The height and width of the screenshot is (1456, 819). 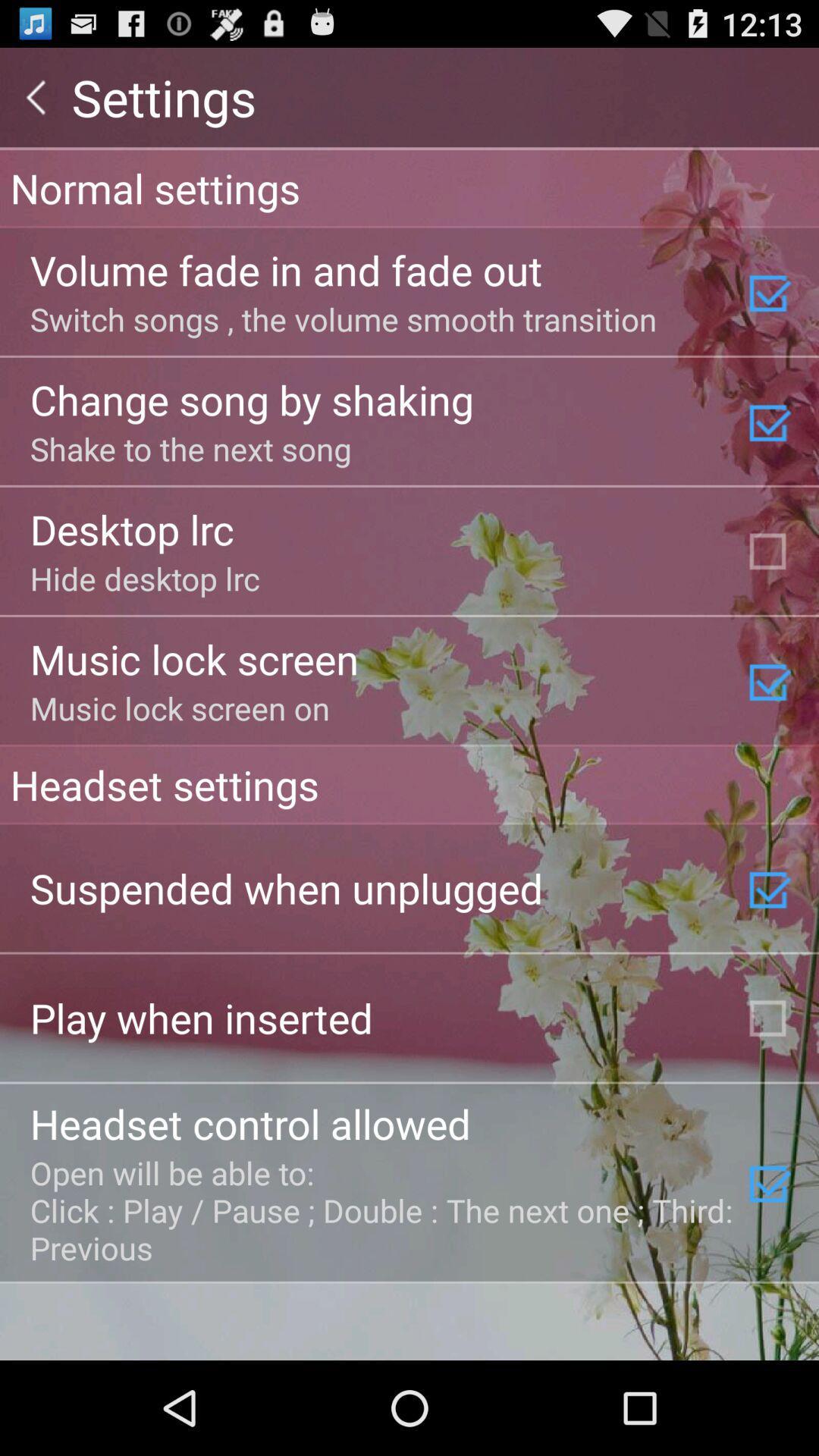 What do you see at coordinates (286, 269) in the screenshot?
I see `volume fade in item` at bounding box center [286, 269].